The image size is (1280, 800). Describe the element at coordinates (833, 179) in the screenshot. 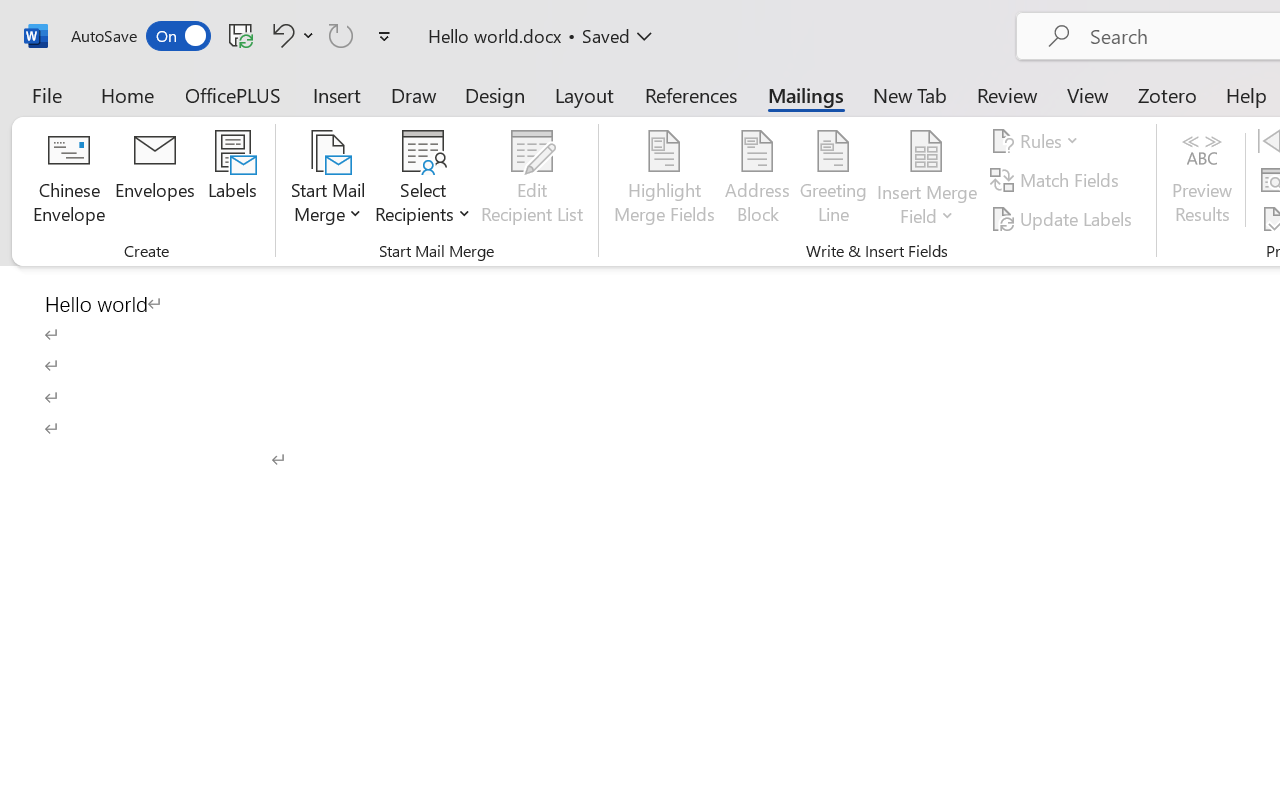

I see `'Greeting Line...'` at that location.